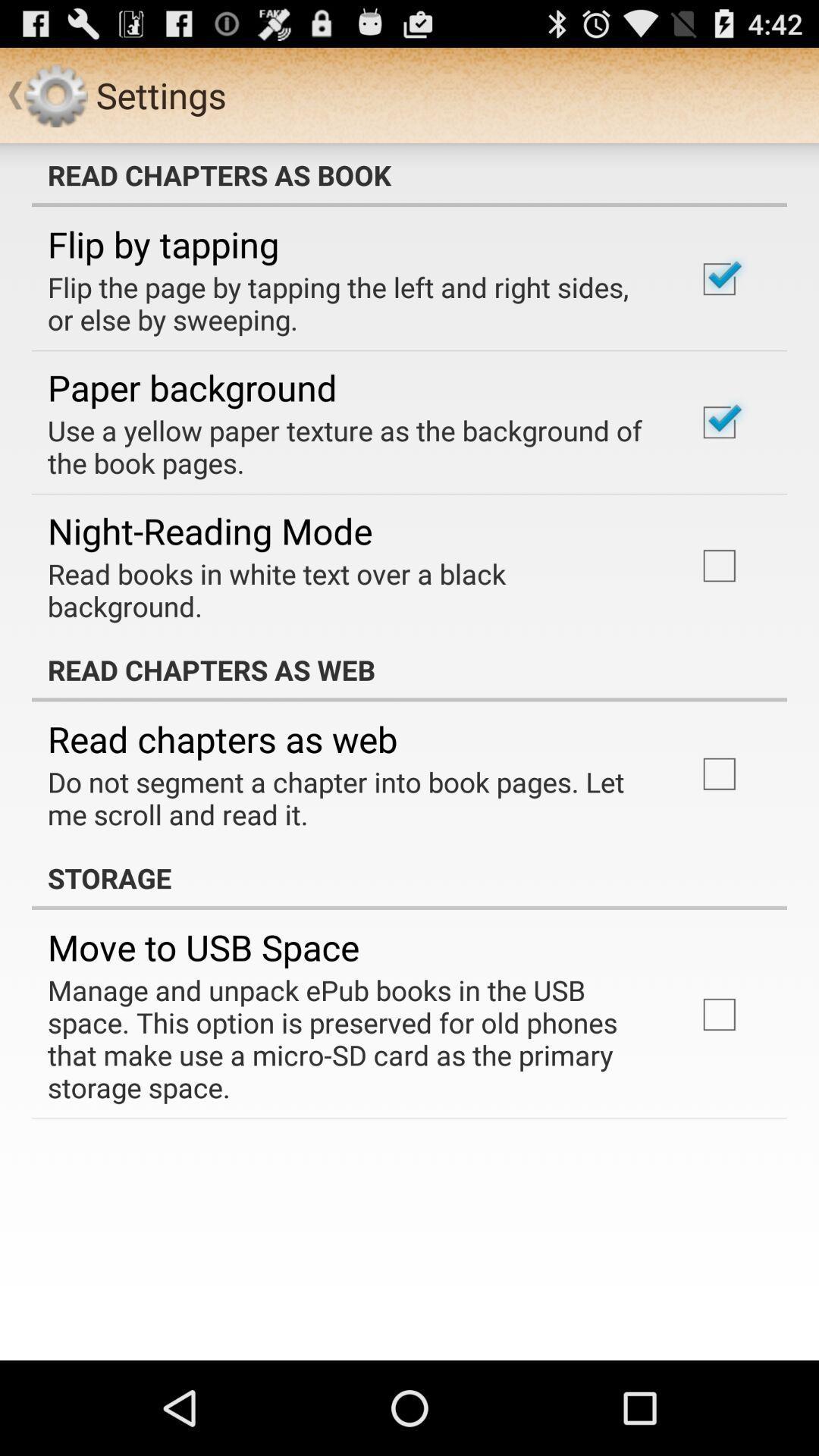 This screenshot has height=1456, width=819. I want to click on the icon below read chapters as icon, so click(351, 797).